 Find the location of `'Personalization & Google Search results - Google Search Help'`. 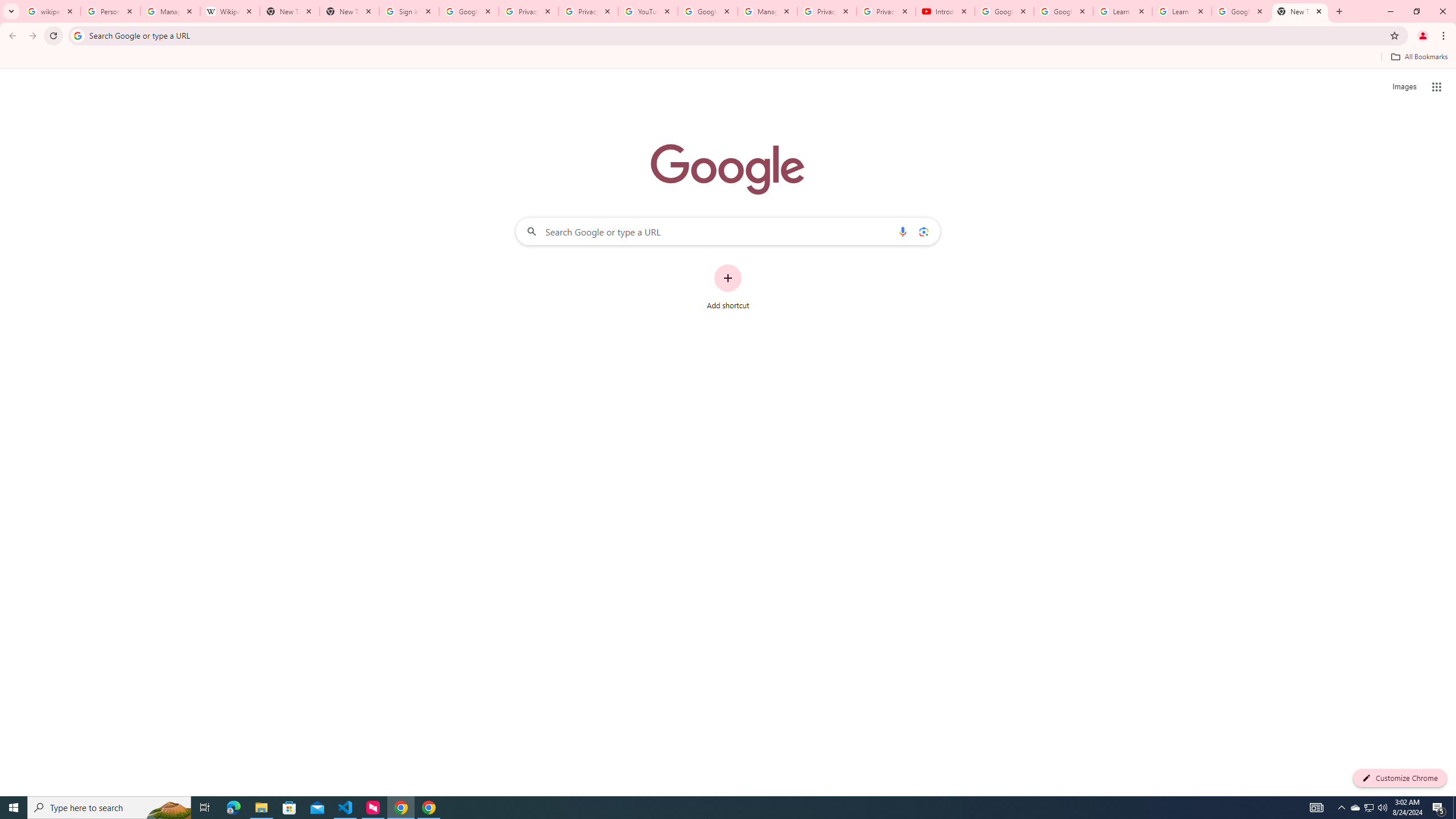

'Personalization & Google Search results - Google Search Help' is located at coordinates (110, 11).